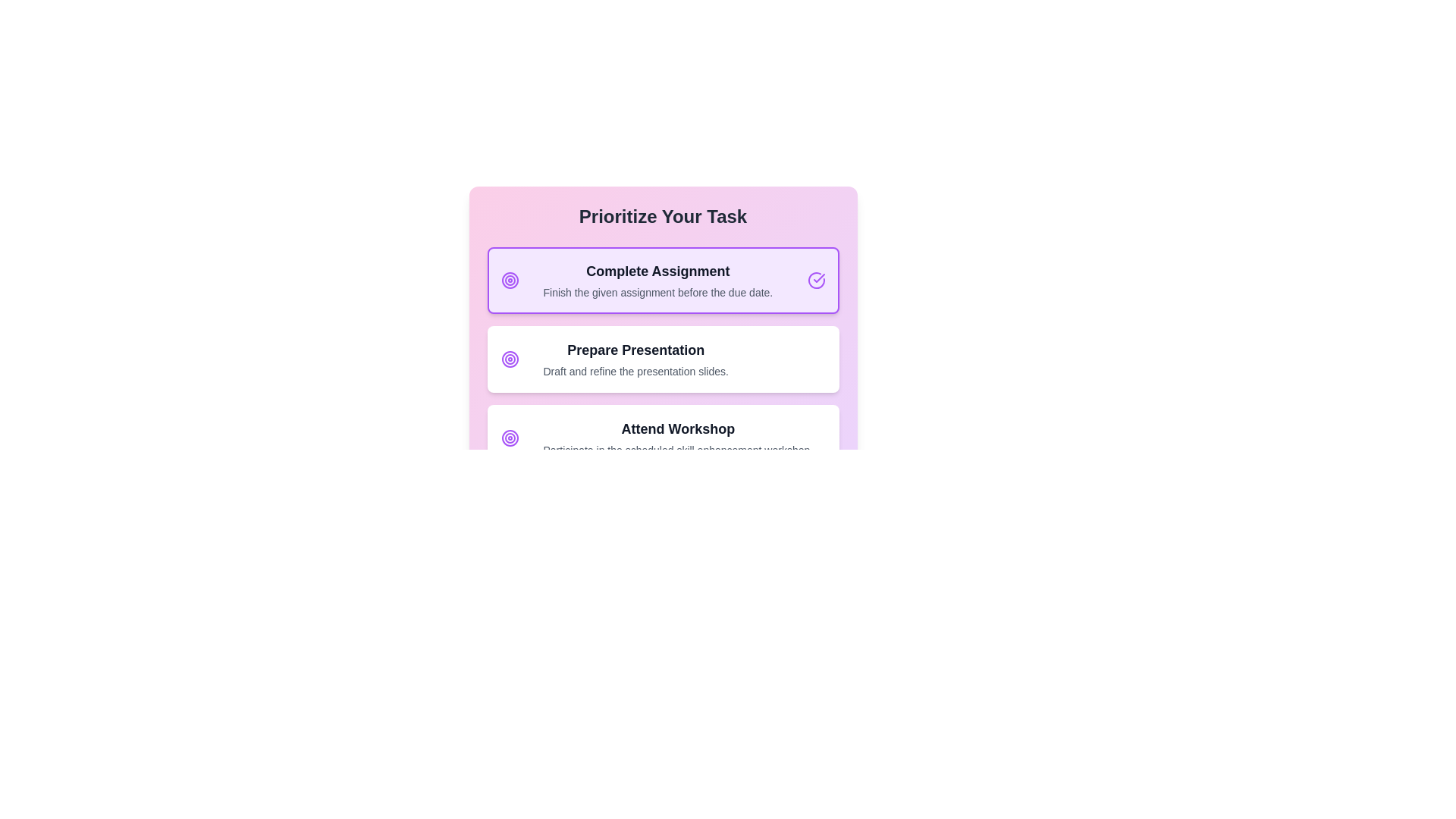 The image size is (1456, 819). I want to click on the outermost circle of the target icon representing an objective, located to the left of the 'Prepare Presentation' task item under the 'Prioritize Your Task' header, so click(510, 359).